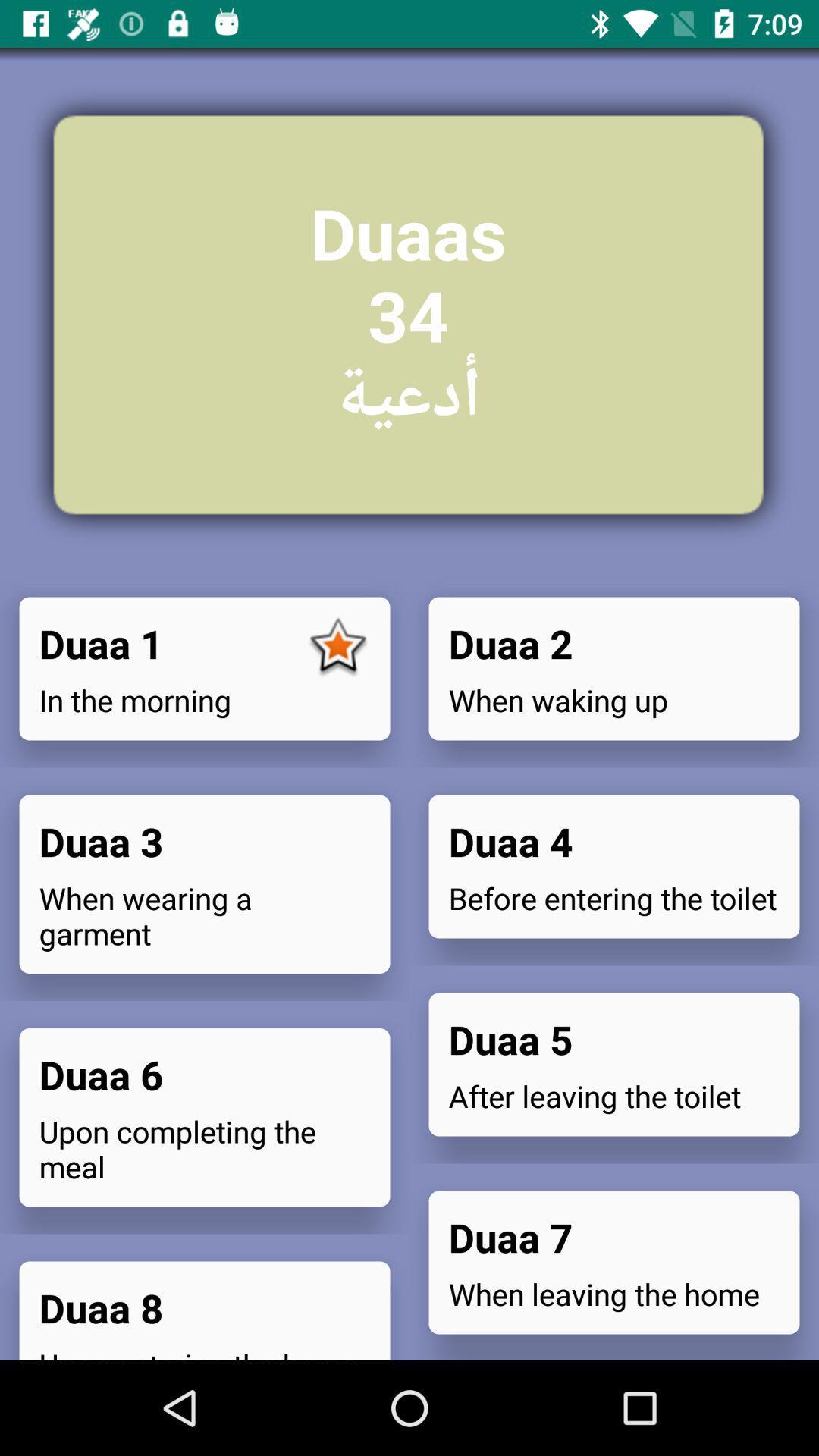 Image resolution: width=819 pixels, height=1456 pixels. What do you see at coordinates (337, 648) in the screenshot?
I see `icon on the right side of duaa 1` at bounding box center [337, 648].